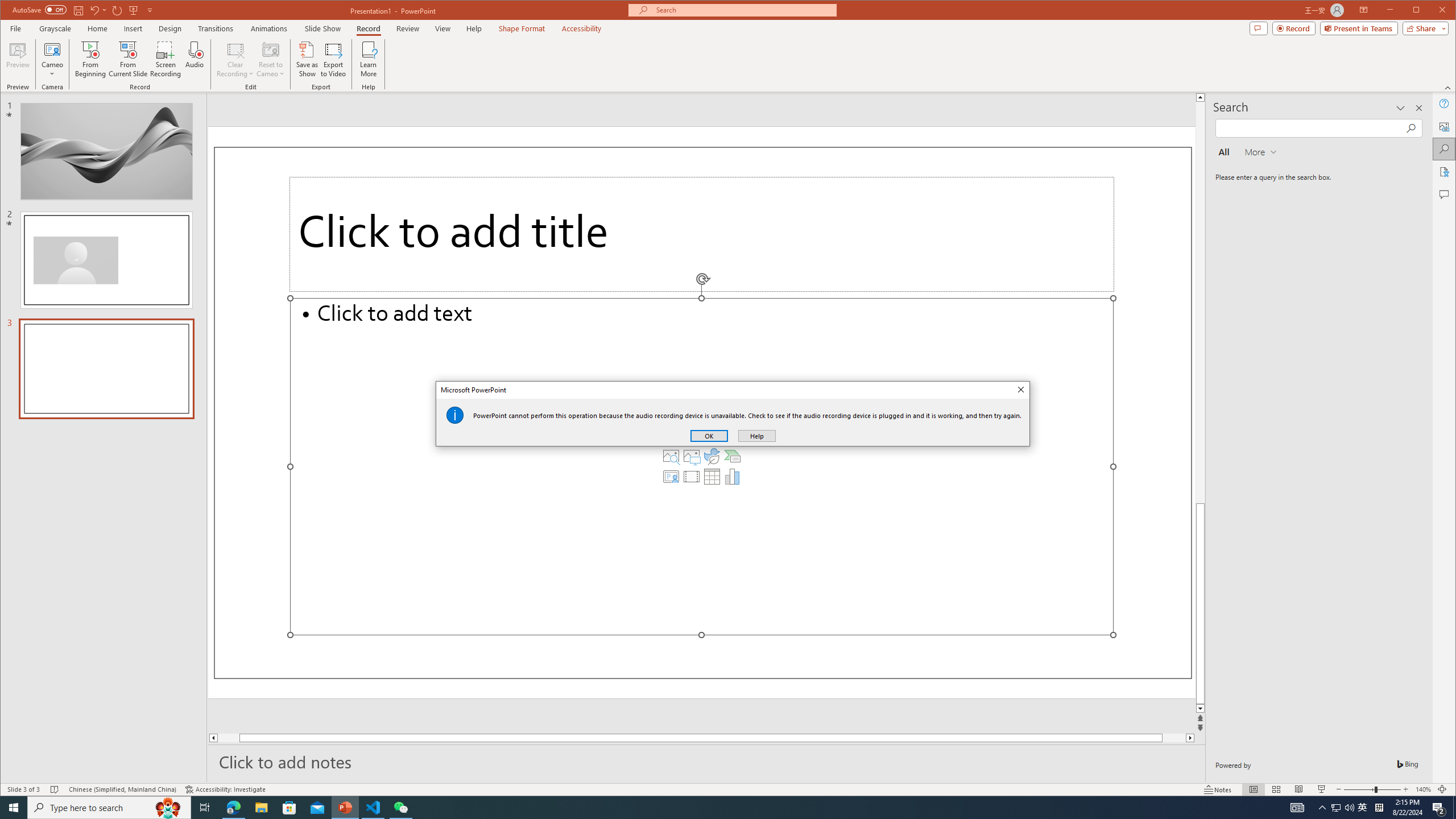 This screenshot has height=819, width=1456. What do you see at coordinates (691, 477) in the screenshot?
I see `'Insert Video'` at bounding box center [691, 477].